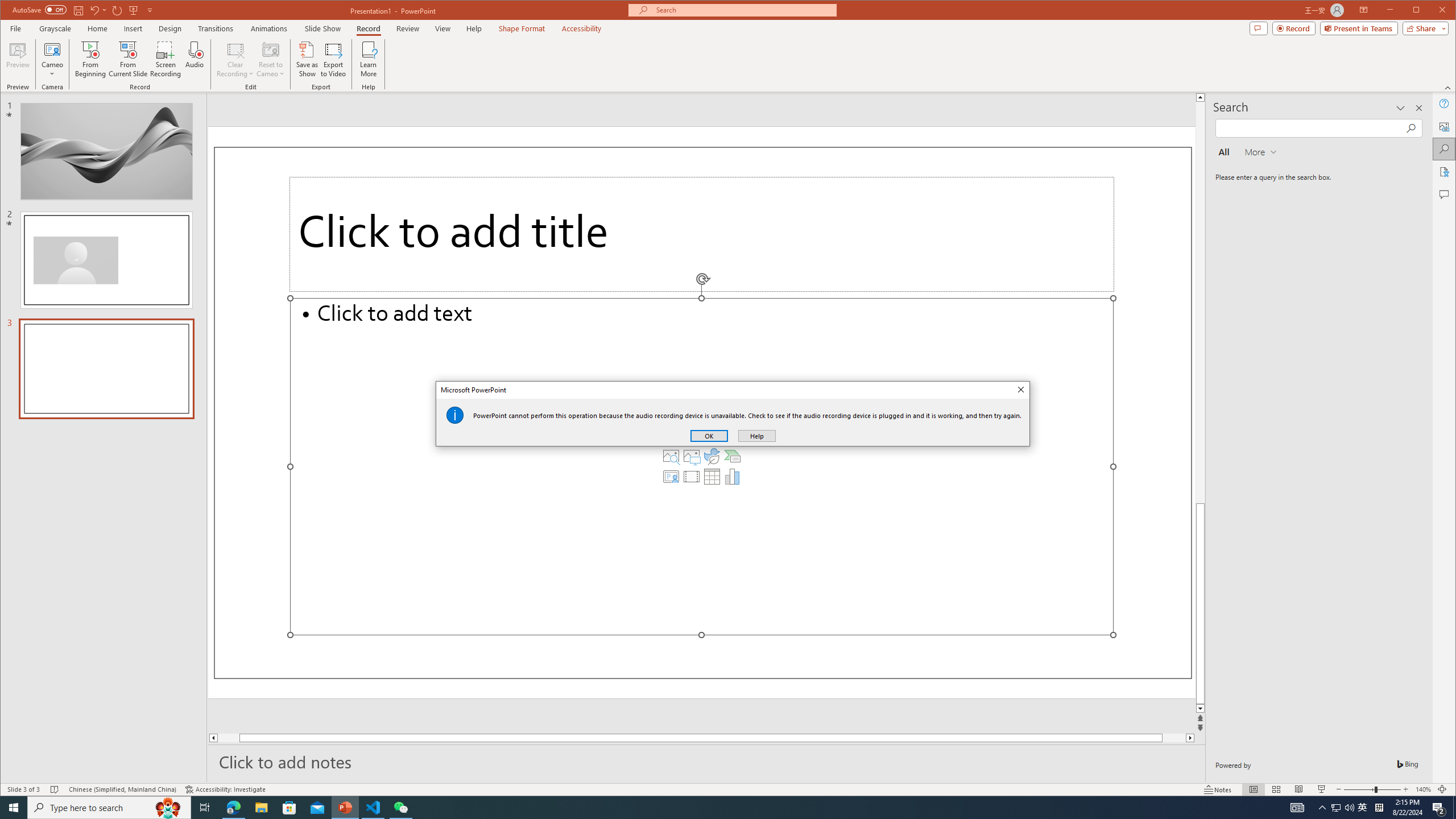 This screenshot has height=819, width=1456. What do you see at coordinates (691, 477) in the screenshot?
I see `'Insert Video'` at bounding box center [691, 477].